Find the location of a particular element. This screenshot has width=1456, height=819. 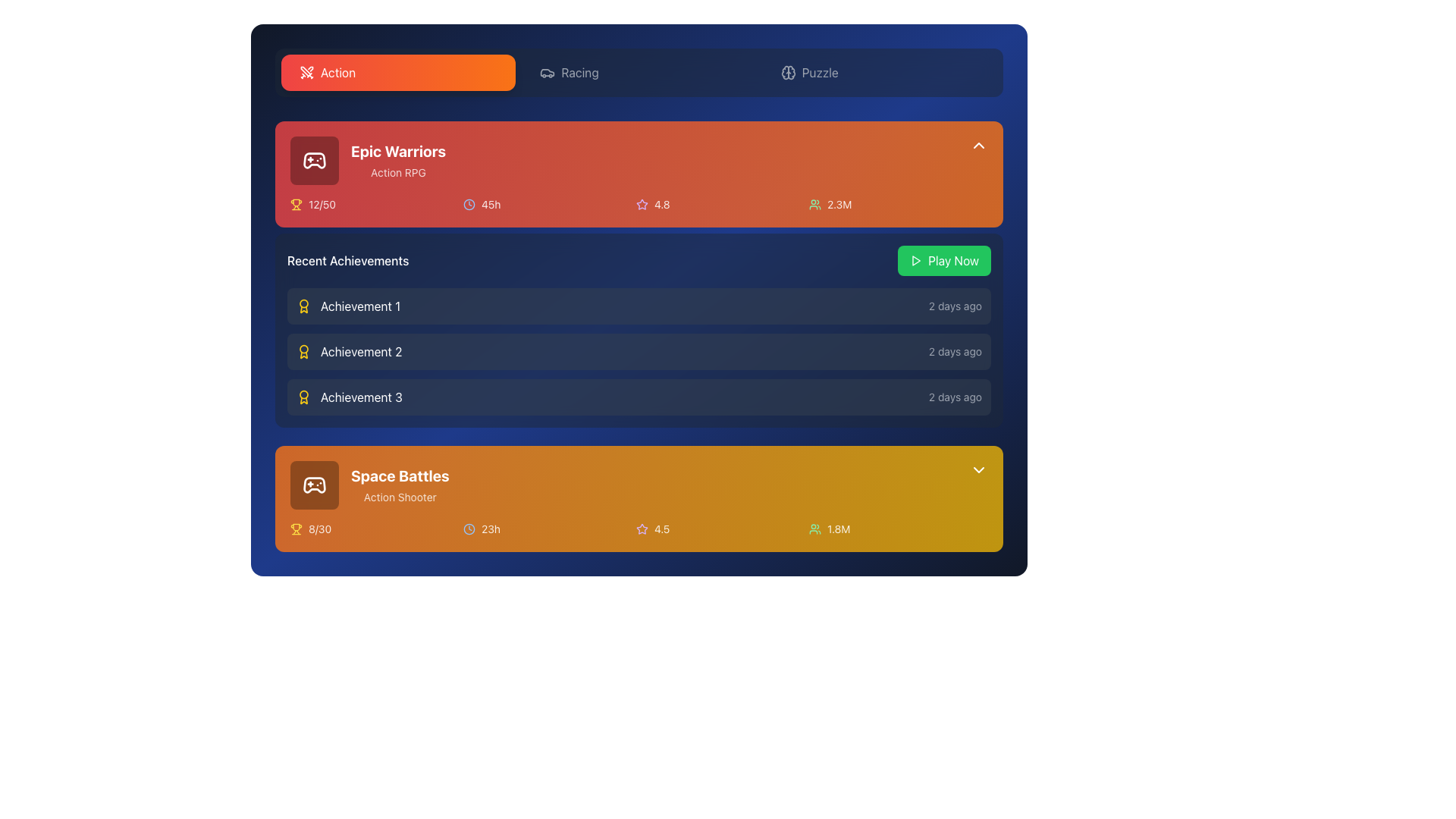

the SVG circle element representing the clock face on the orange gradient card for 'Space Battles', which is located at the center-right of the card is located at coordinates (469, 529).